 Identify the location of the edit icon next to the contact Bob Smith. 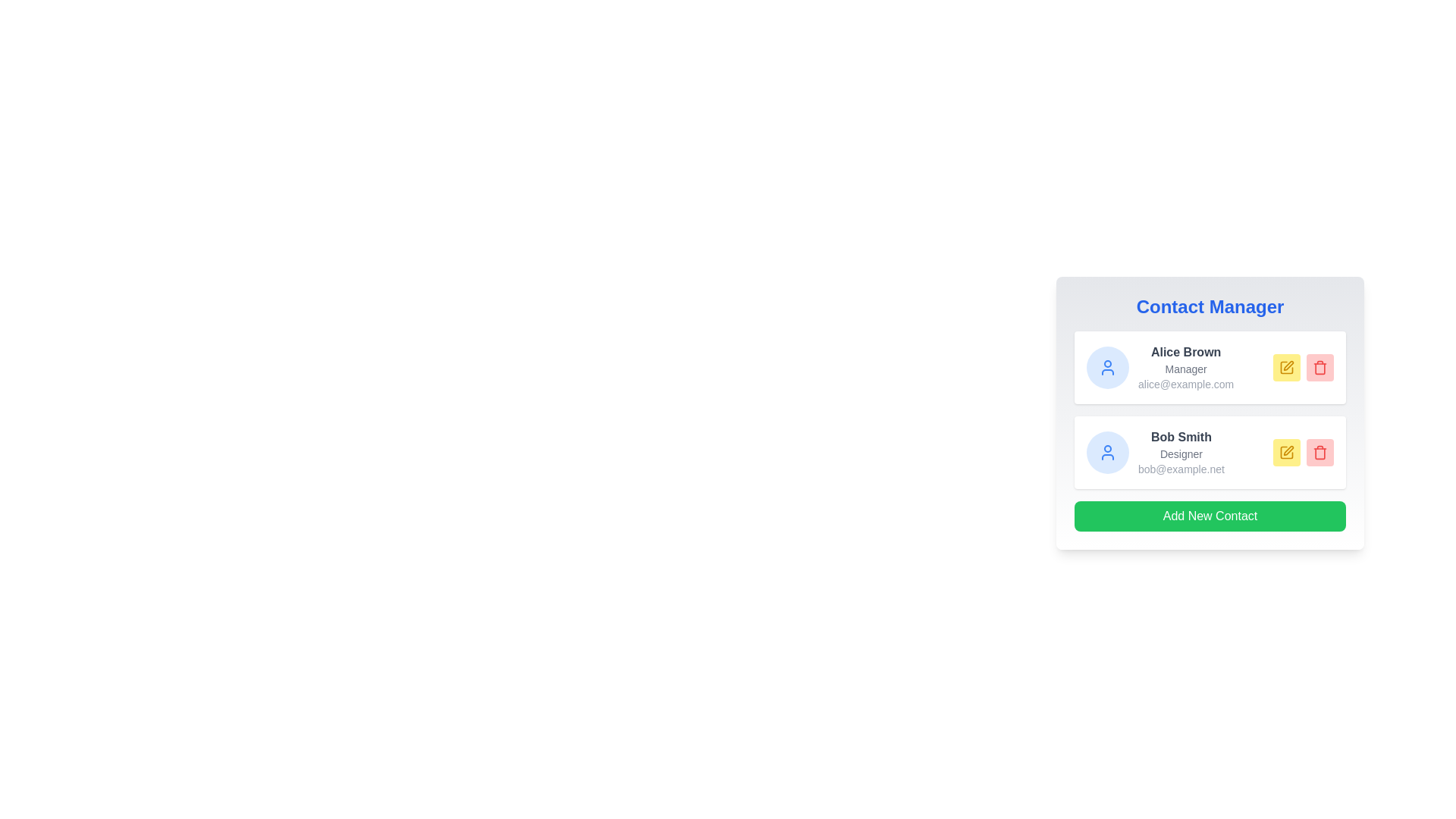
(1286, 452).